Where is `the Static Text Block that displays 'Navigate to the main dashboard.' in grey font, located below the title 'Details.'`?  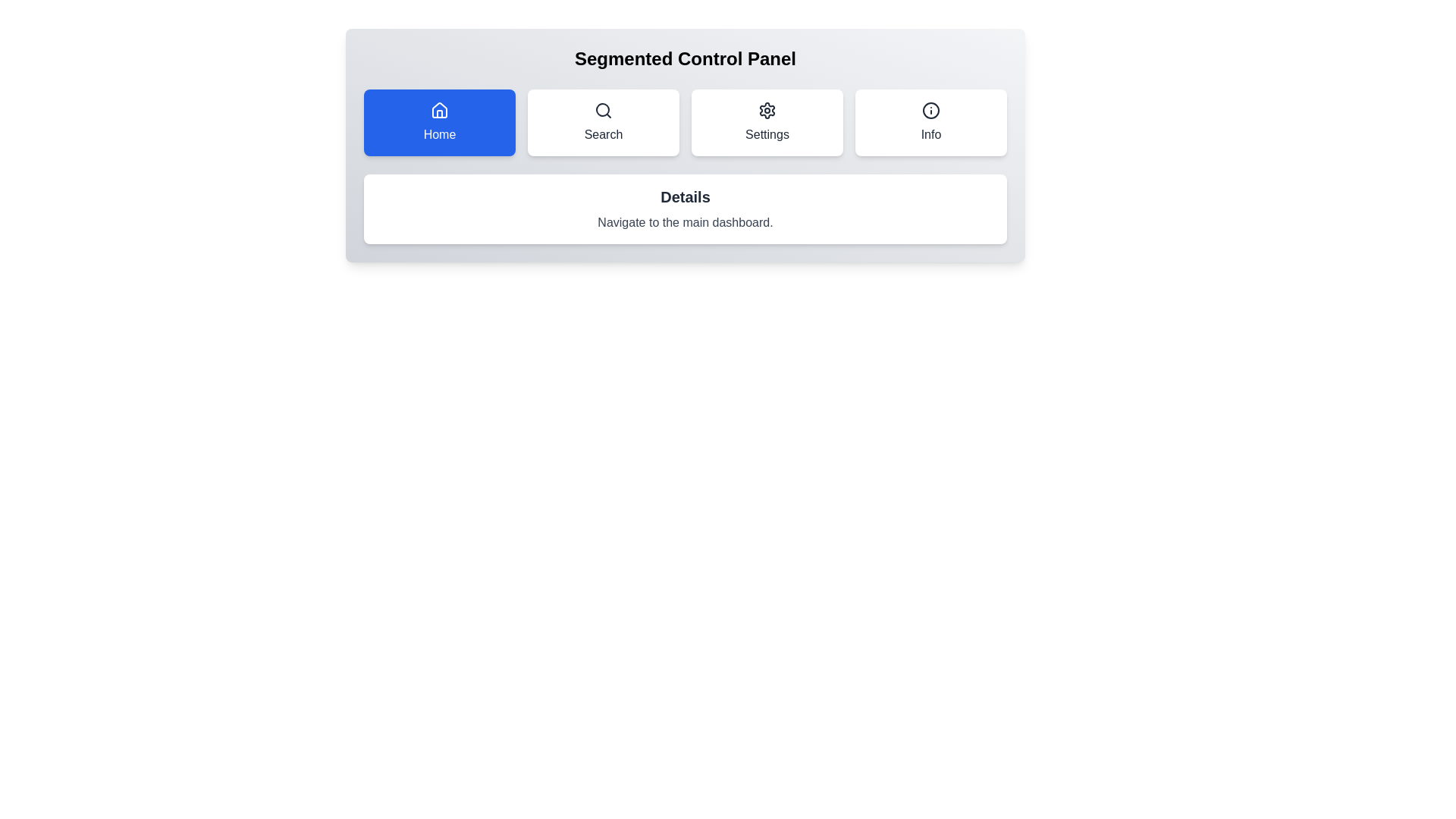
the Static Text Block that displays 'Navigate to the main dashboard.' in grey font, located below the title 'Details.' is located at coordinates (684, 222).